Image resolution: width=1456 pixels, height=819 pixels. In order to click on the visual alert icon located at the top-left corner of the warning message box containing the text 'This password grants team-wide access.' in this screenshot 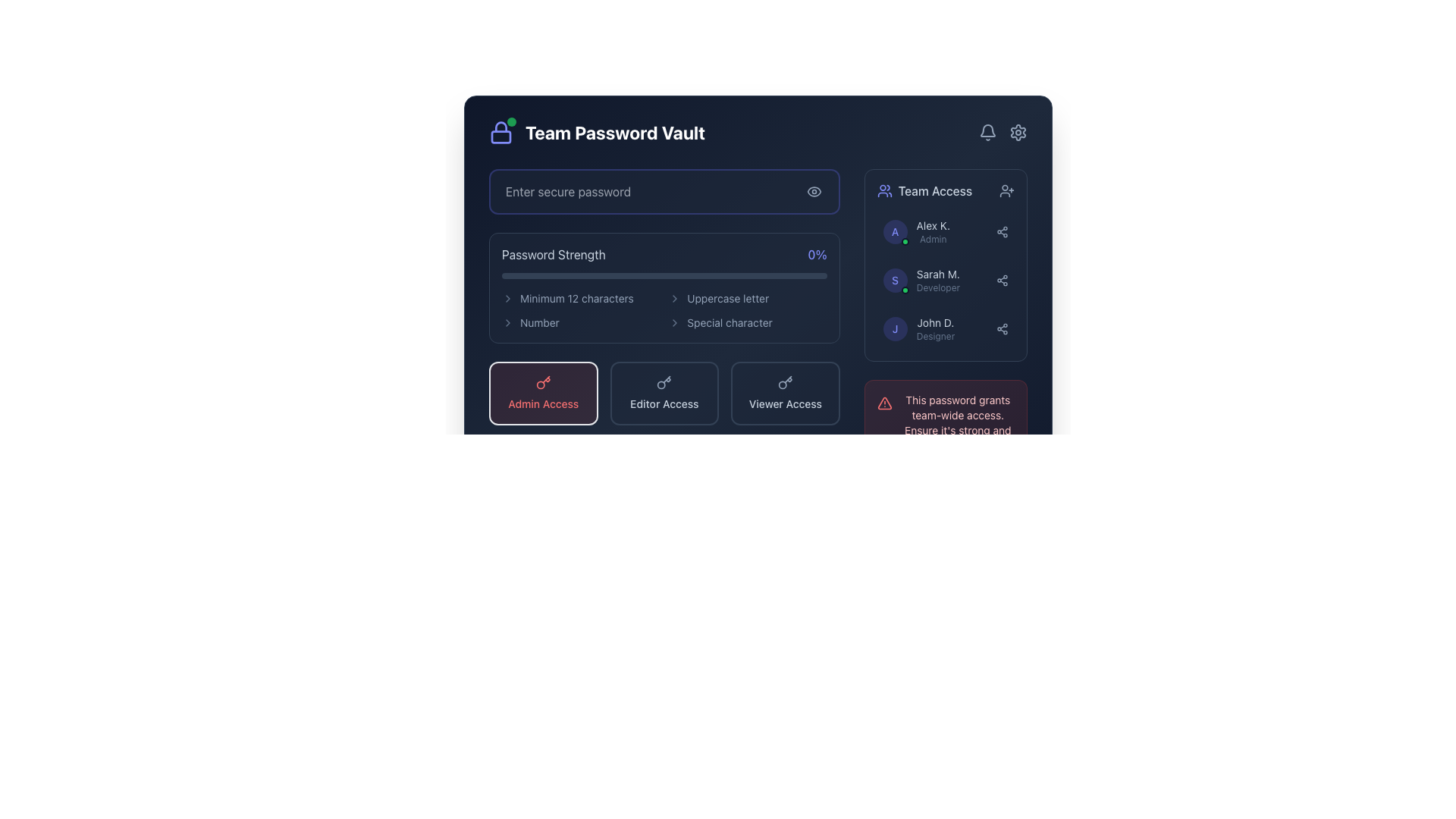, I will do `click(884, 403)`.